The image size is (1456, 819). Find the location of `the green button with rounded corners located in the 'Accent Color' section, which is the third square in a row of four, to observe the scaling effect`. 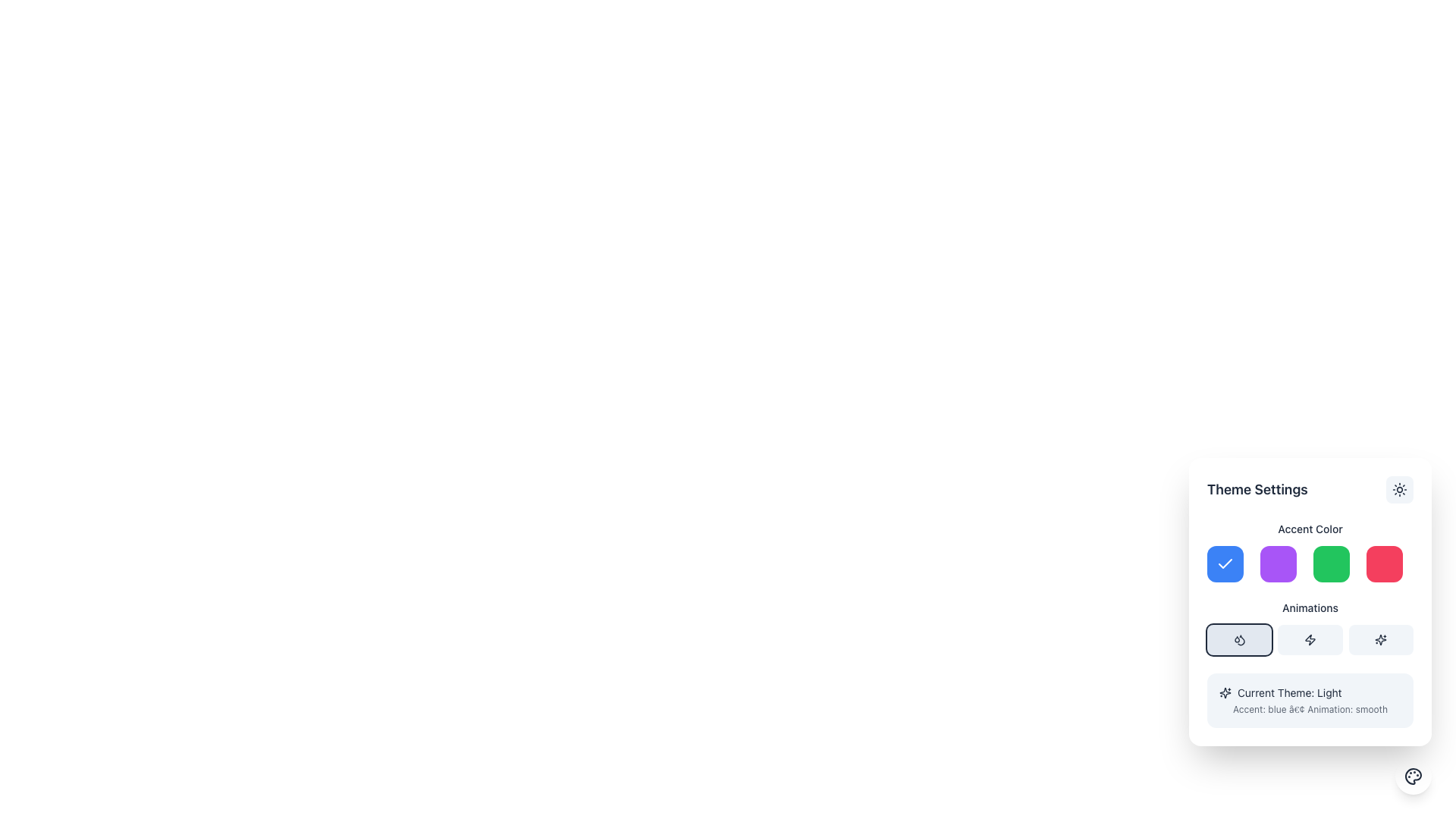

the green button with rounded corners located in the 'Accent Color' section, which is the third square in a row of four, to observe the scaling effect is located at coordinates (1331, 564).